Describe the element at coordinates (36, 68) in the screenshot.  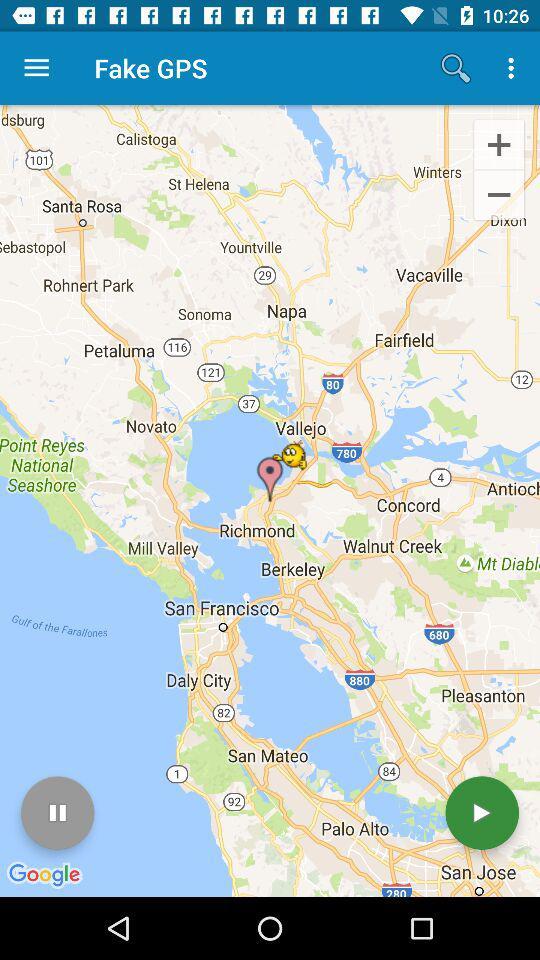
I see `the icon next to the fake gps icon` at that location.